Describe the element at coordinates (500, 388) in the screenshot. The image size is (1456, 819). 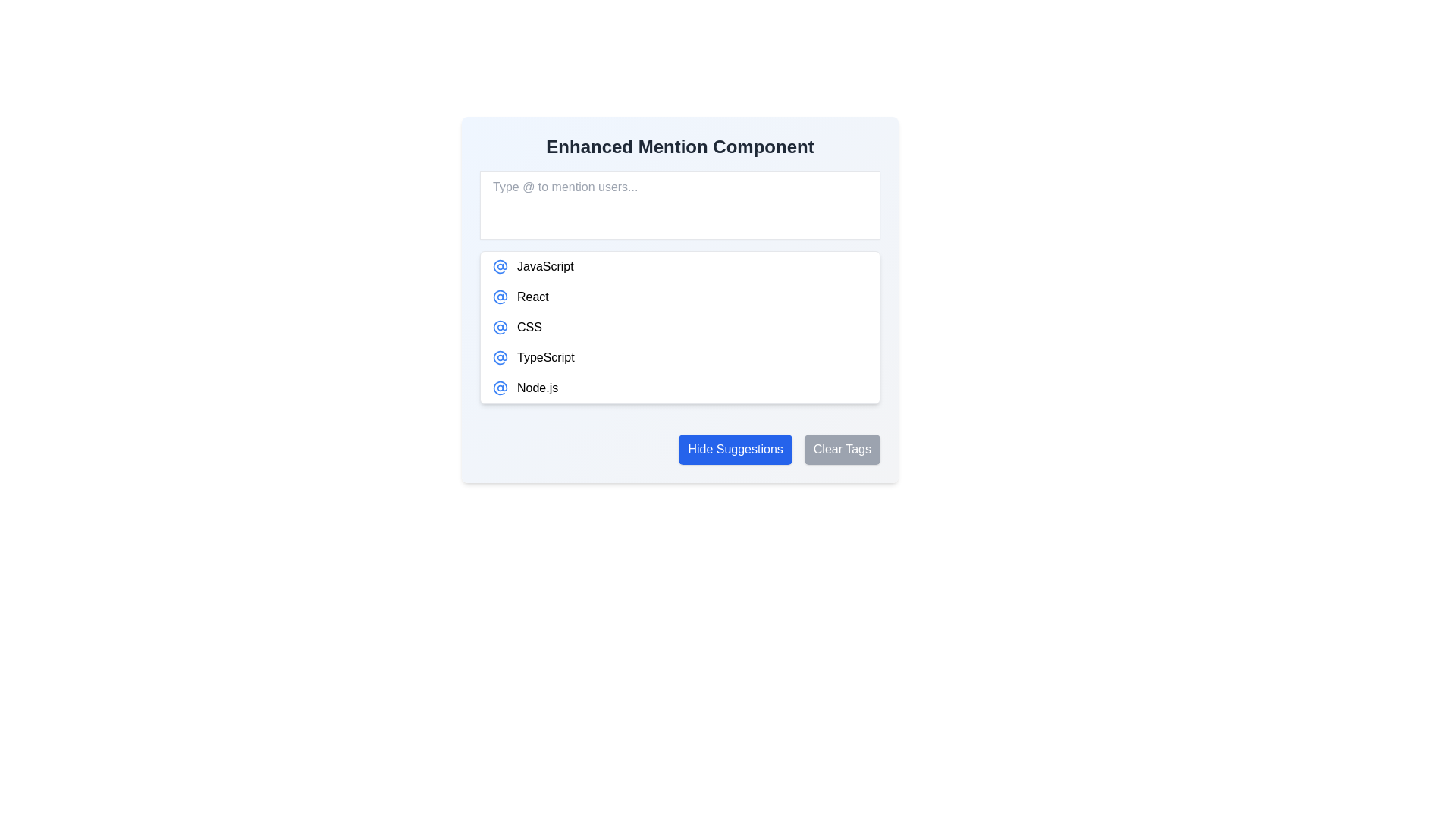
I see `the decorative '@' icon located to the left of the text 'Node.js' in the last entry of the vertically stacked list in the white drop-down panel below the input field labeled 'Type @ to mention users...'` at that location.